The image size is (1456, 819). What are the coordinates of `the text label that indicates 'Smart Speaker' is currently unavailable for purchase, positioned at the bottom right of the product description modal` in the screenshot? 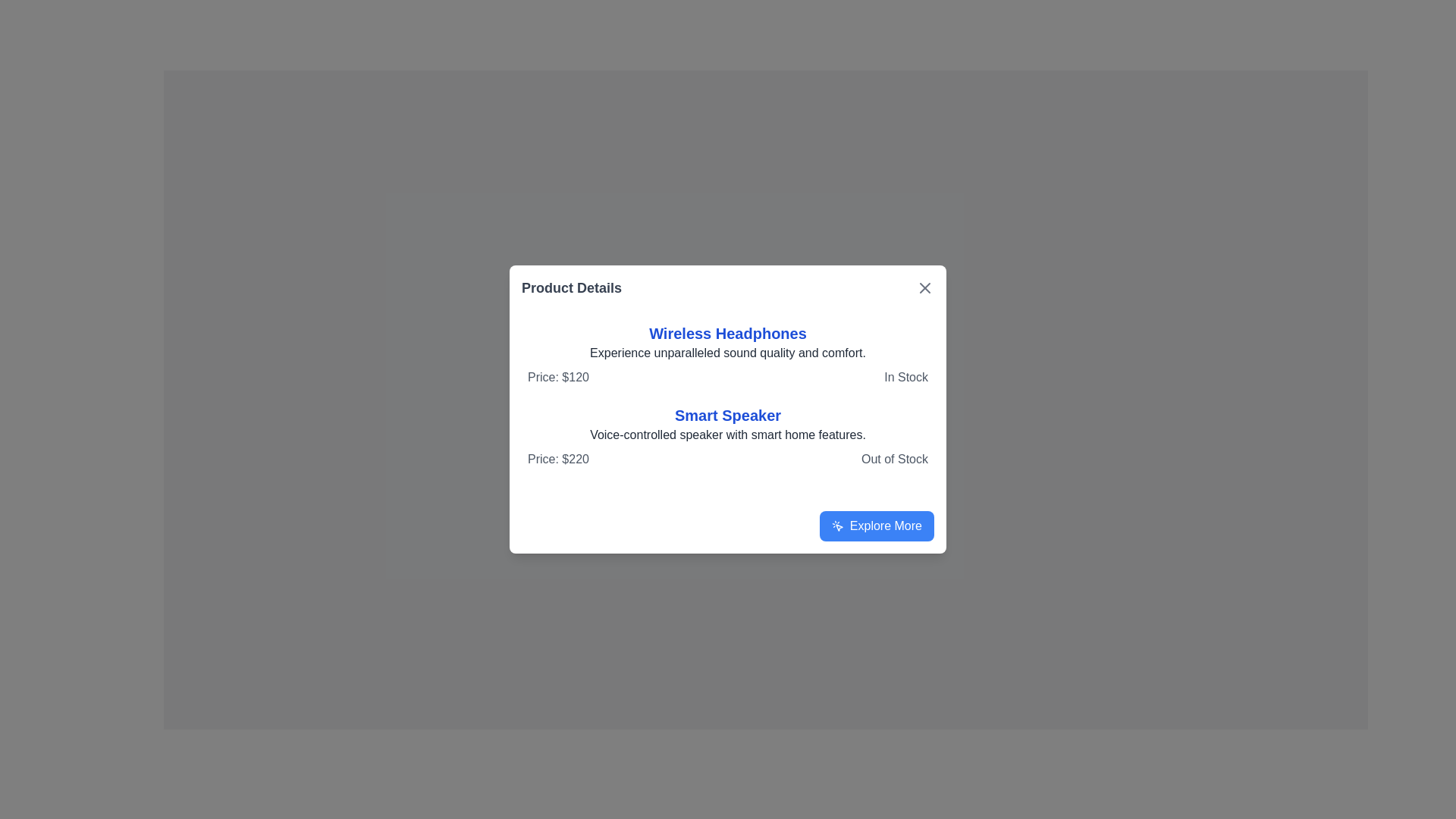 It's located at (895, 458).